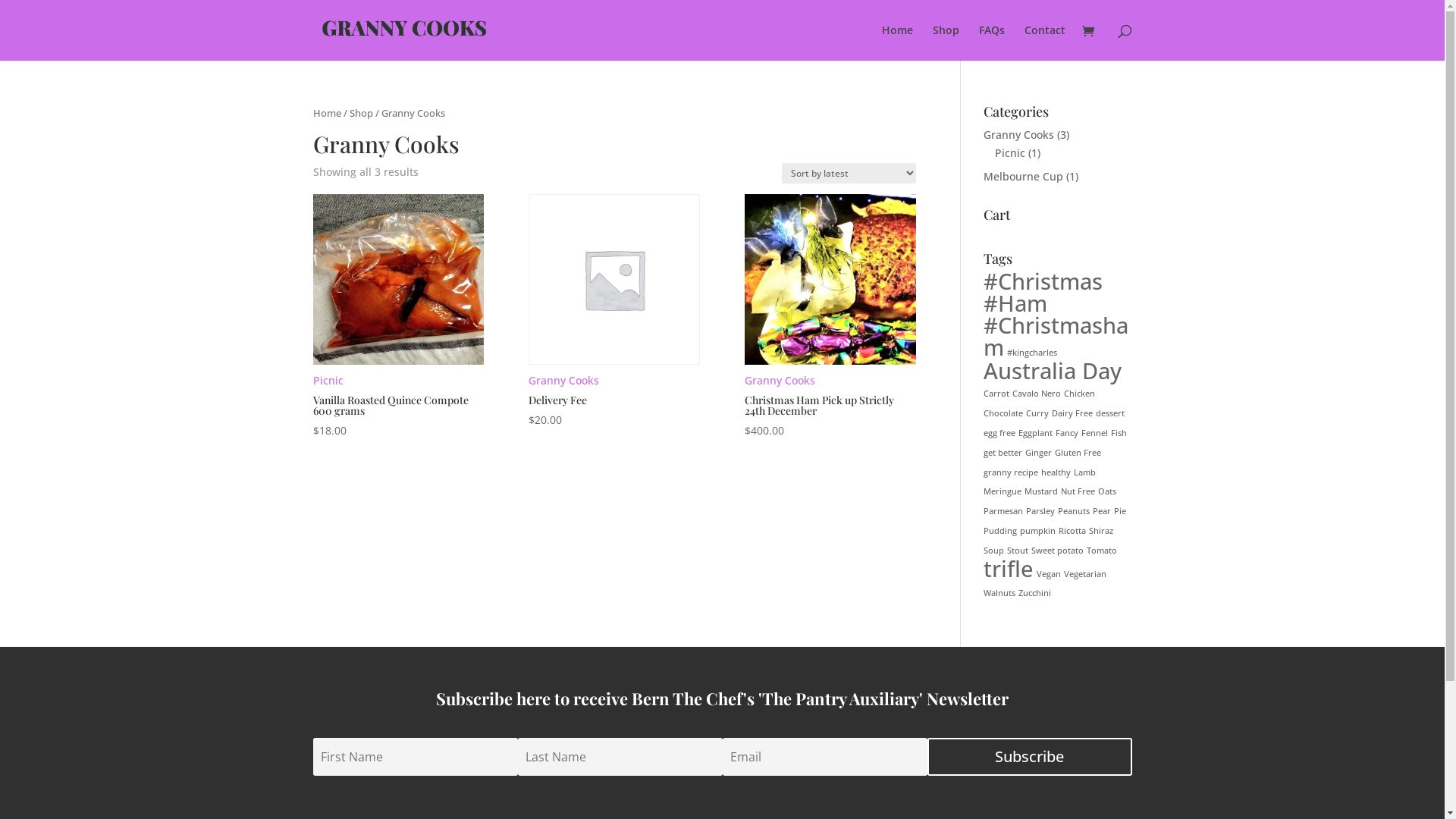 The width and height of the screenshot is (1456, 819). What do you see at coordinates (325, 112) in the screenshot?
I see `'Home'` at bounding box center [325, 112].